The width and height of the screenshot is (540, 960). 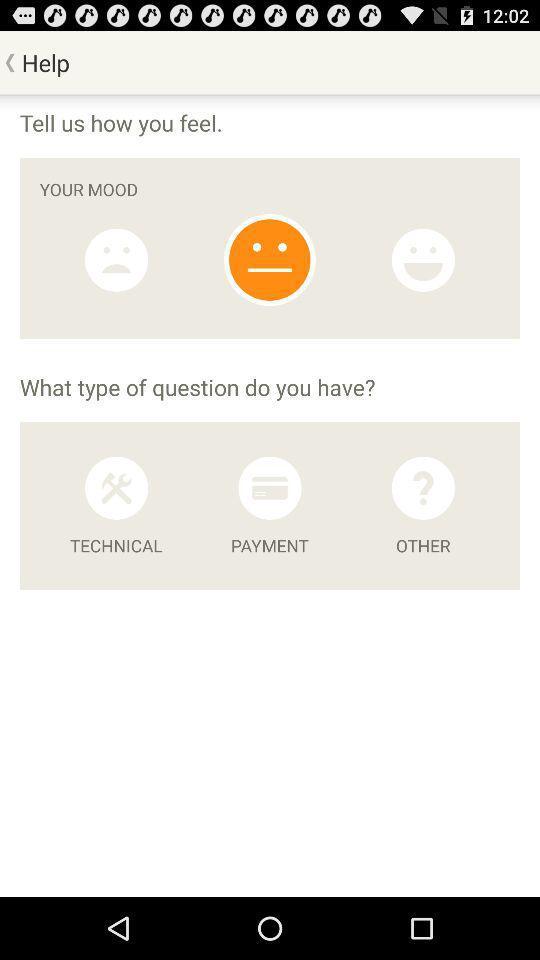 What do you see at coordinates (269, 259) in the screenshot?
I see `neutral satisfaction` at bounding box center [269, 259].